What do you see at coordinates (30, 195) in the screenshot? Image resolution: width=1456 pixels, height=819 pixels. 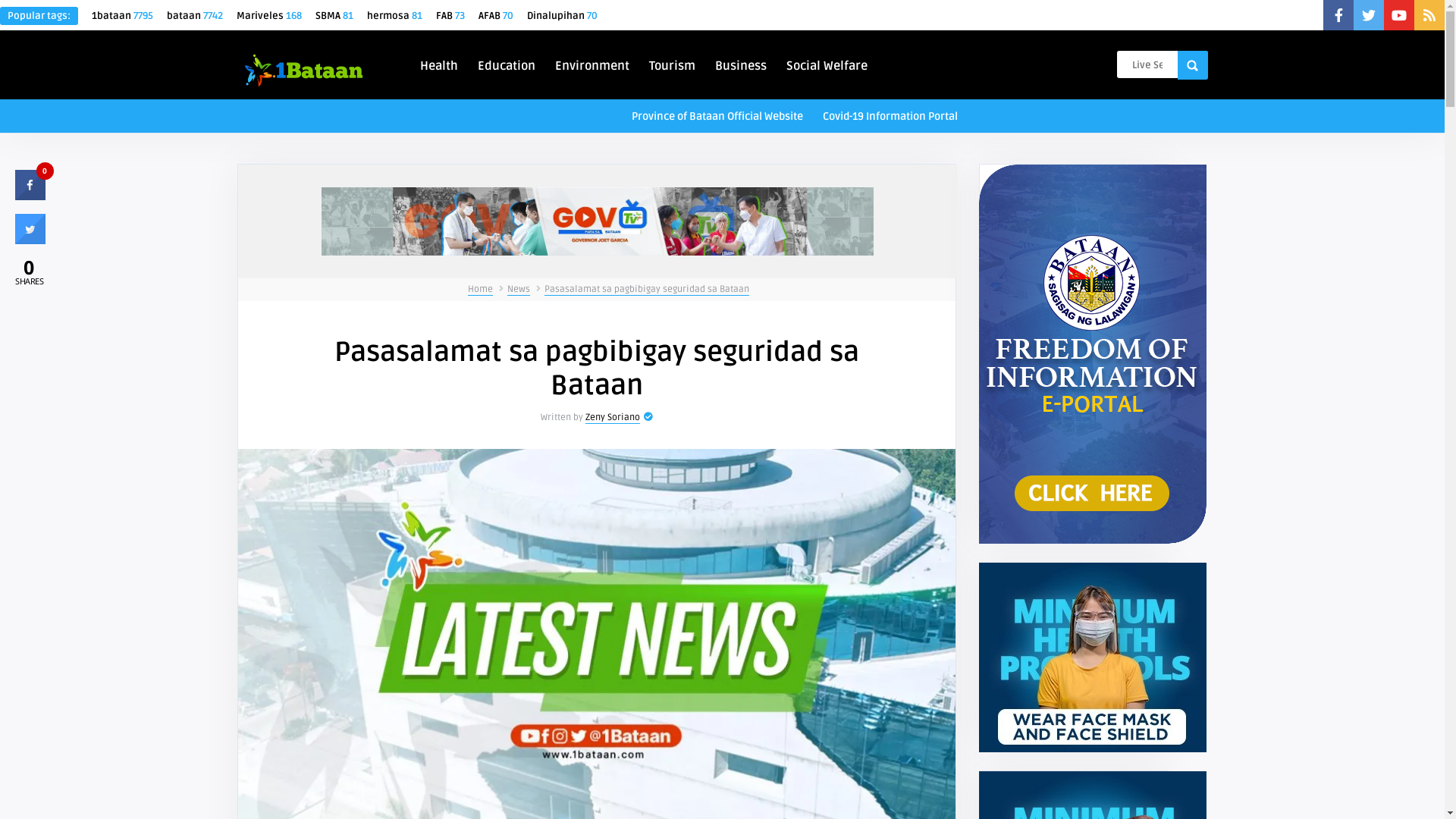 I see `'Share on Facebook'` at bounding box center [30, 195].